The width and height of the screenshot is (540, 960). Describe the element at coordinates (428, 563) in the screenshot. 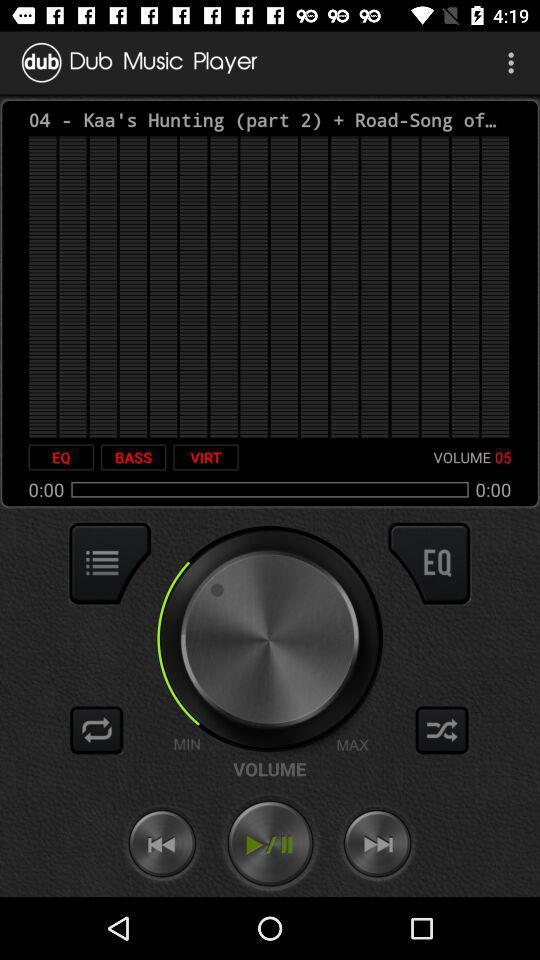

I see `icon below 0:36 item` at that location.